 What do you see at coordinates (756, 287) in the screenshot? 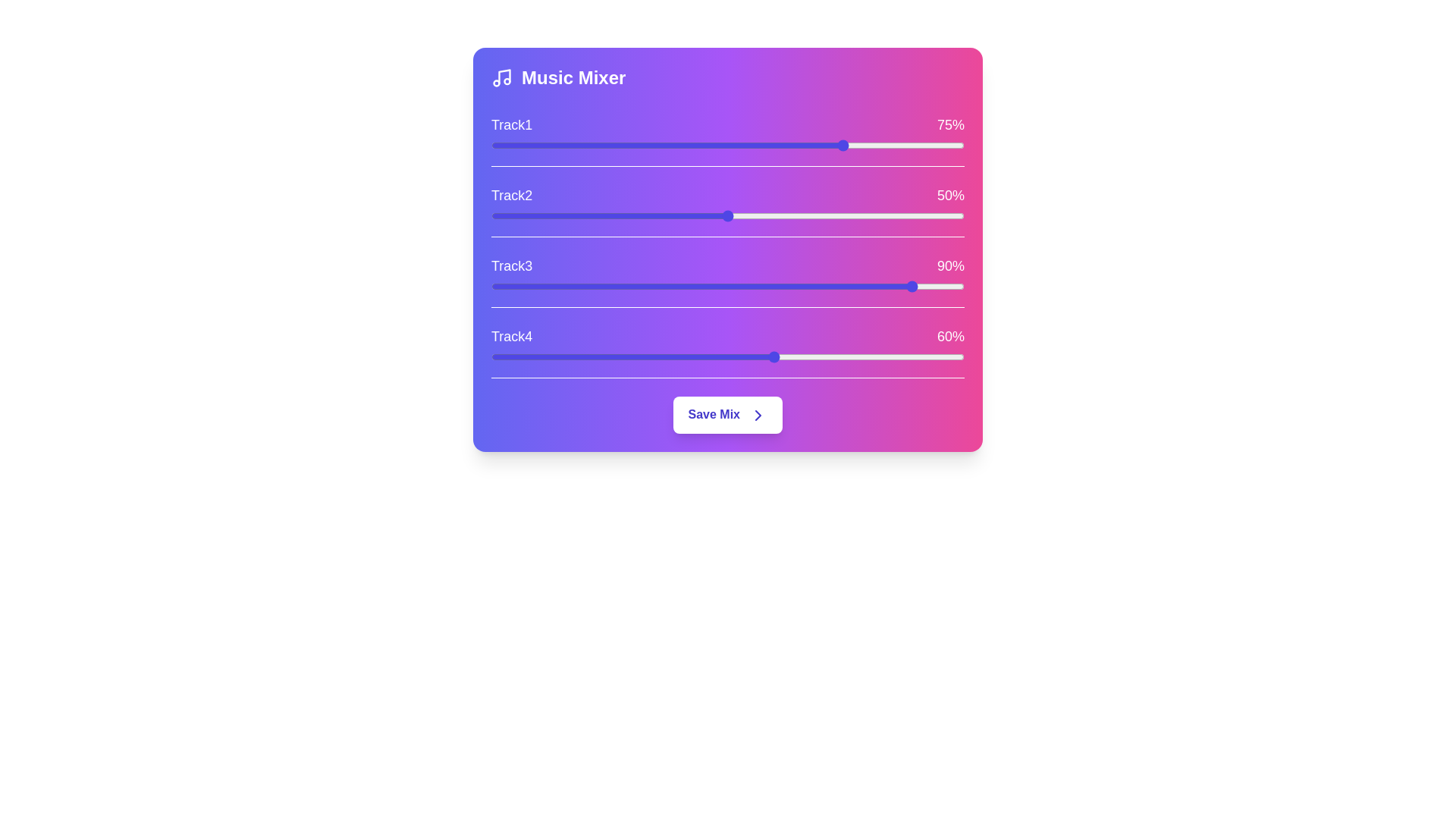
I see `the slider for Track3 to set its level to 56` at bounding box center [756, 287].